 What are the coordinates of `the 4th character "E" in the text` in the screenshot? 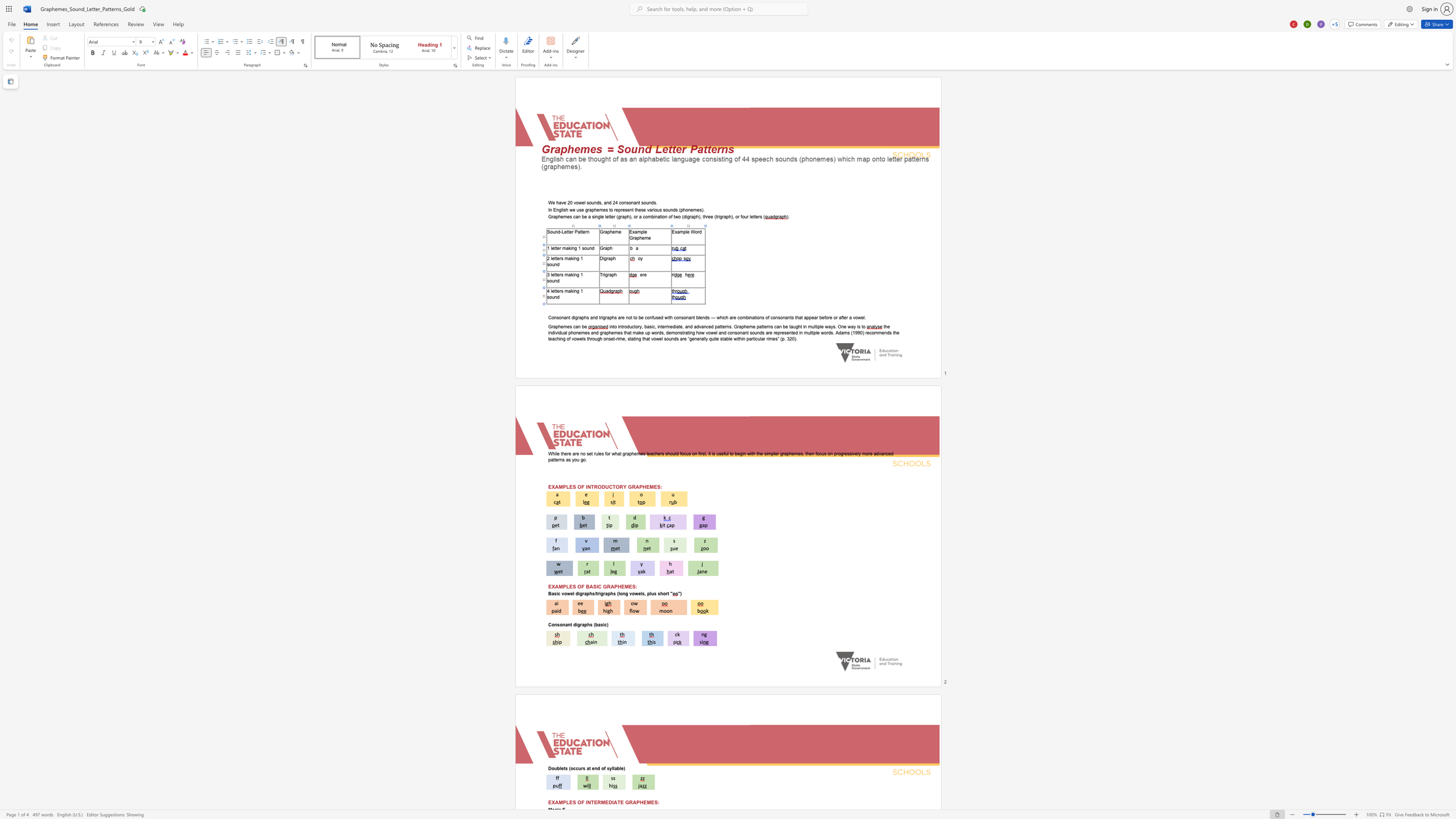 It's located at (655, 487).